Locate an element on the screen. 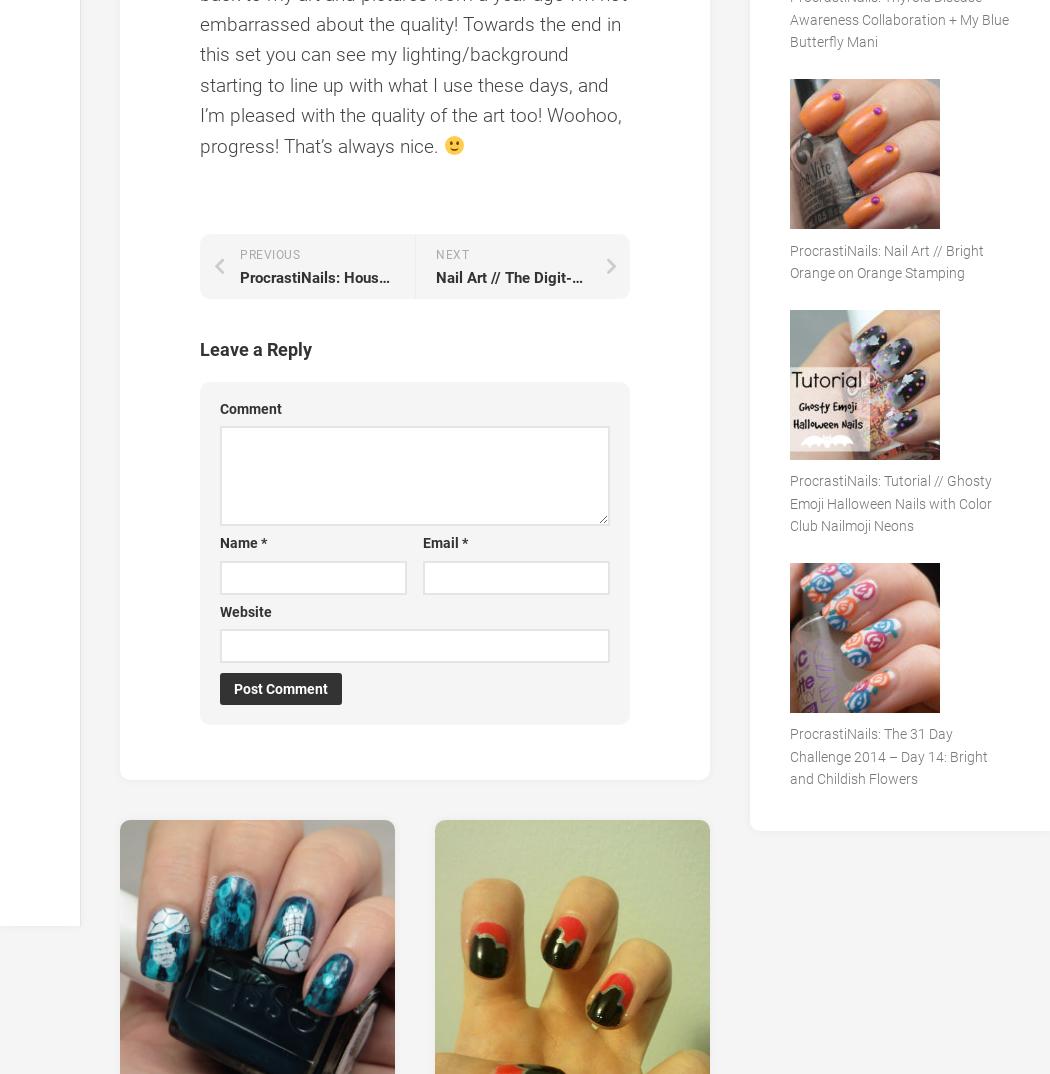 This screenshot has width=1050, height=1074. 'Email' is located at coordinates (440, 542).